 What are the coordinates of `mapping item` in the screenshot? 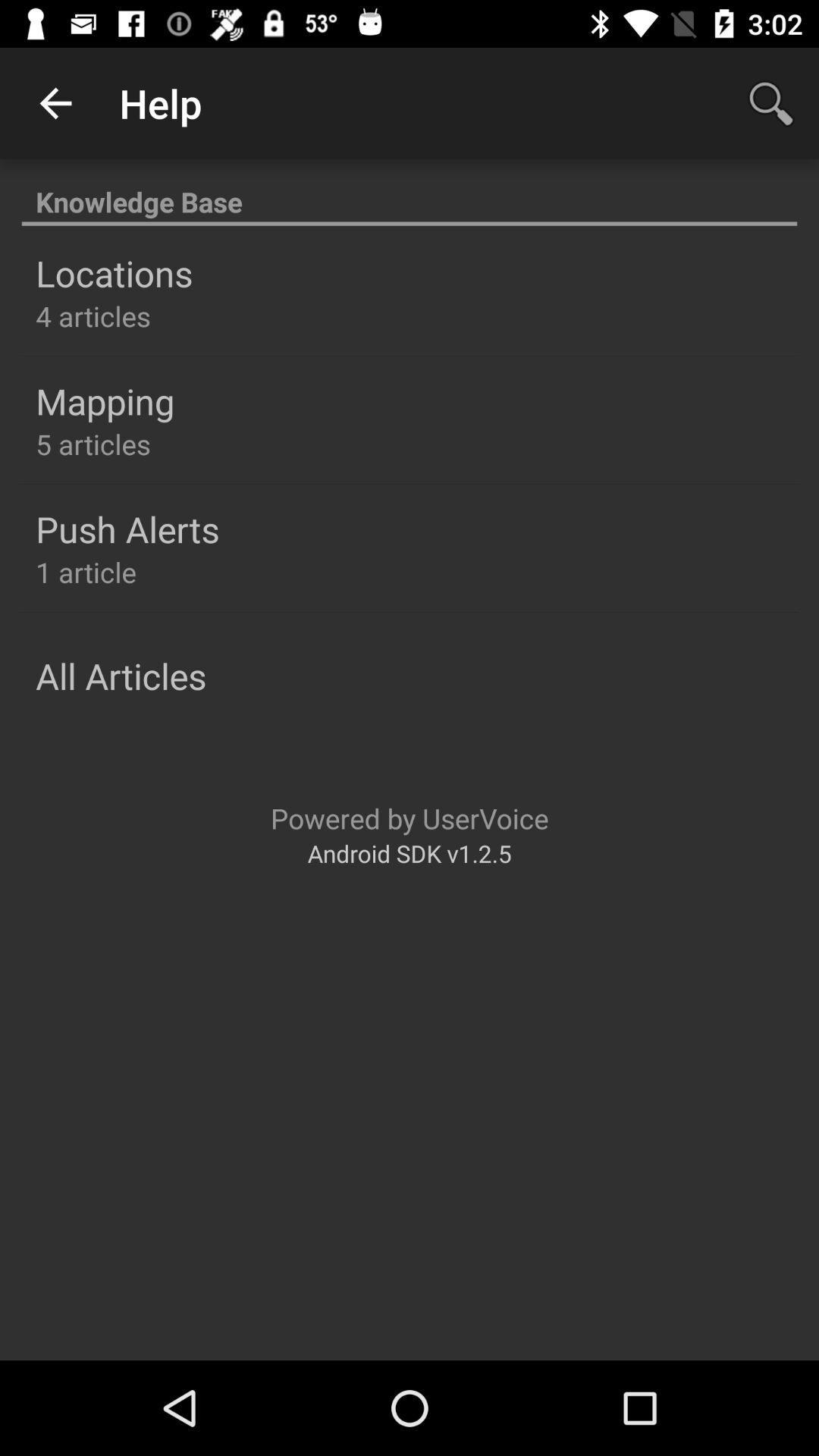 It's located at (104, 401).